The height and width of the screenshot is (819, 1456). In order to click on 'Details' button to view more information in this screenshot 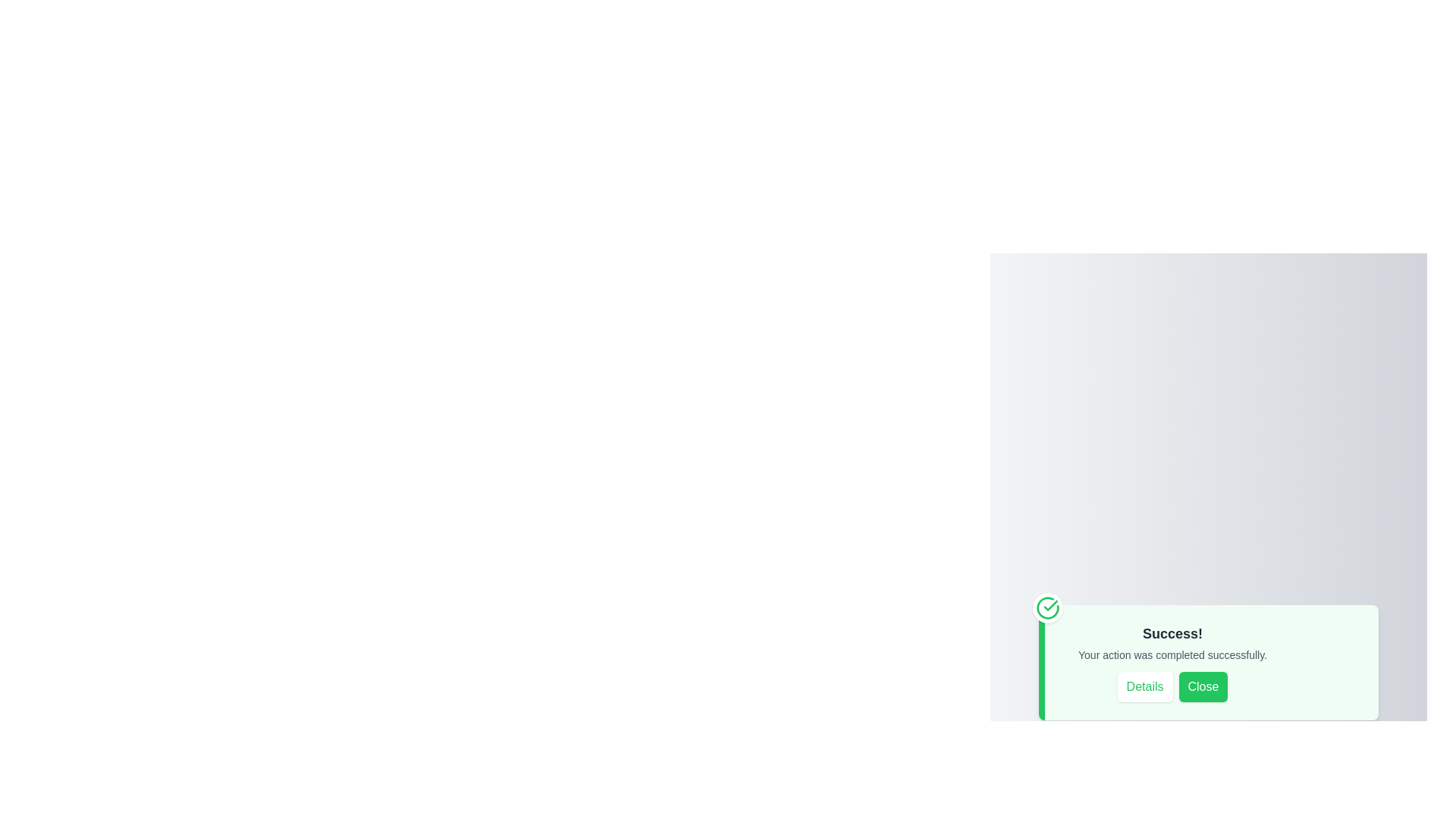, I will do `click(1145, 687)`.